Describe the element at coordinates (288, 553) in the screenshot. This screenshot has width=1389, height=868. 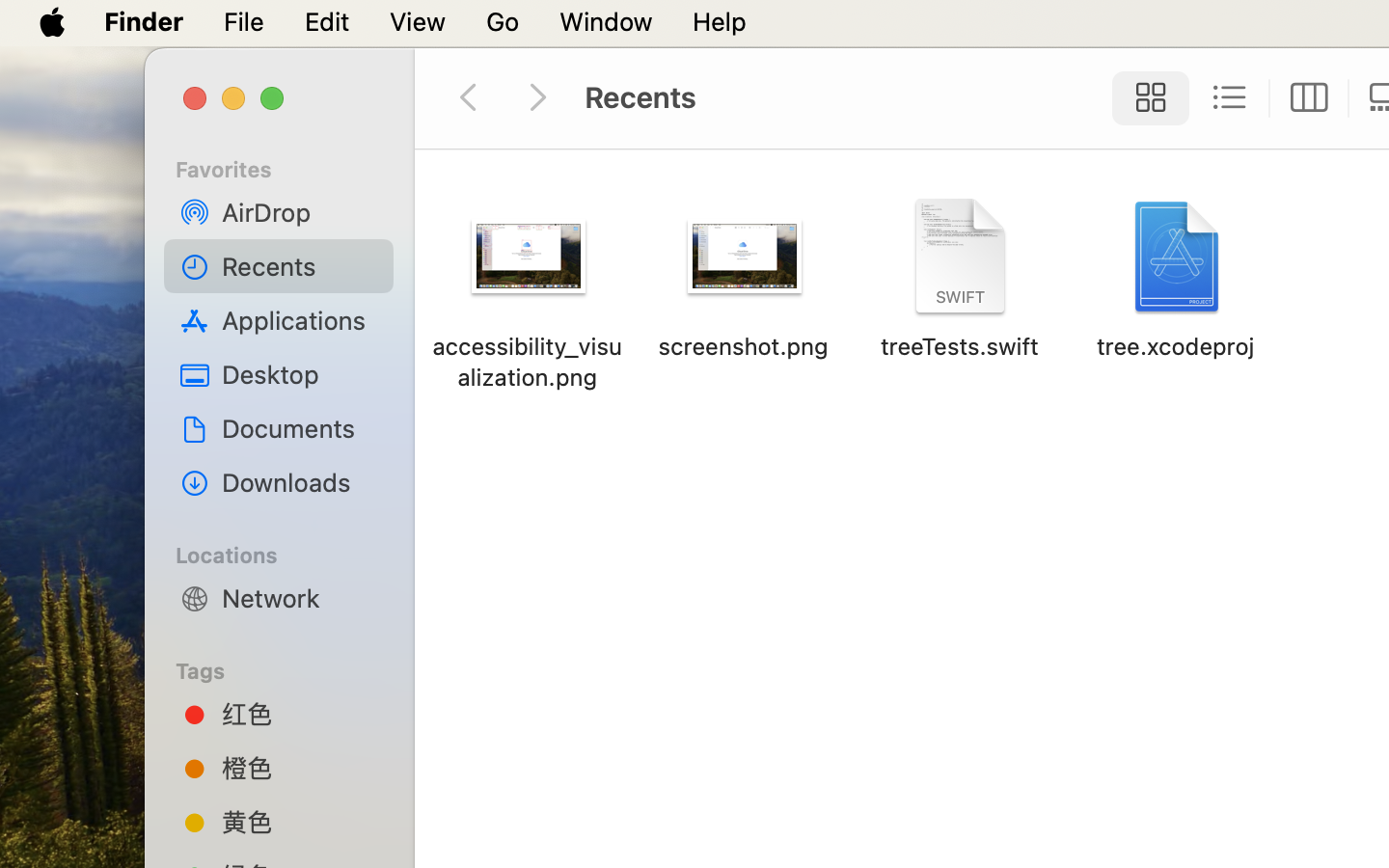
I see `'Locations'` at that location.